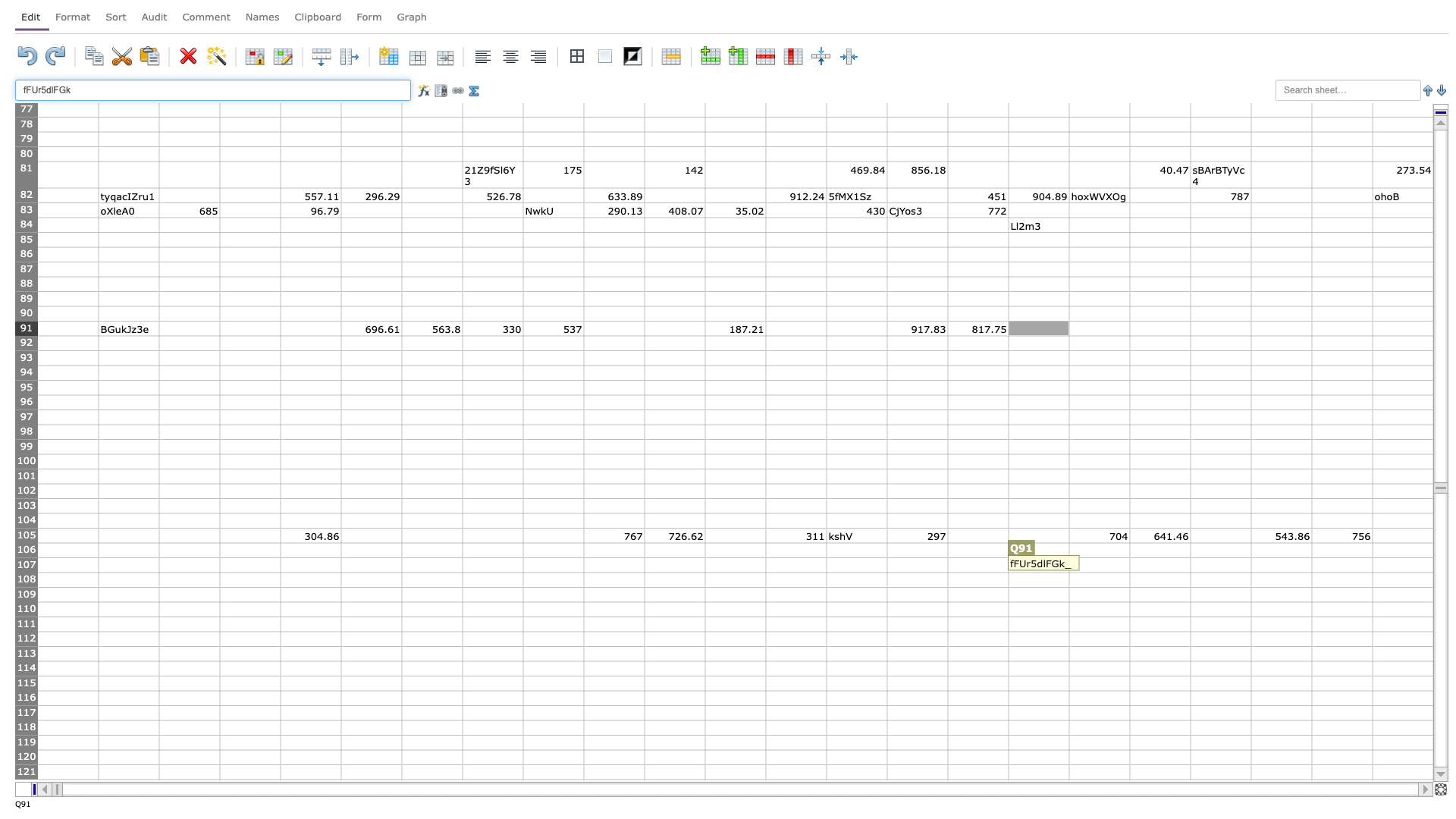 This screenshot has height=819, width=1456. Describe the element at coordinates (1251, 565) in the screenshot. I see `Right margin of T107` at that location.